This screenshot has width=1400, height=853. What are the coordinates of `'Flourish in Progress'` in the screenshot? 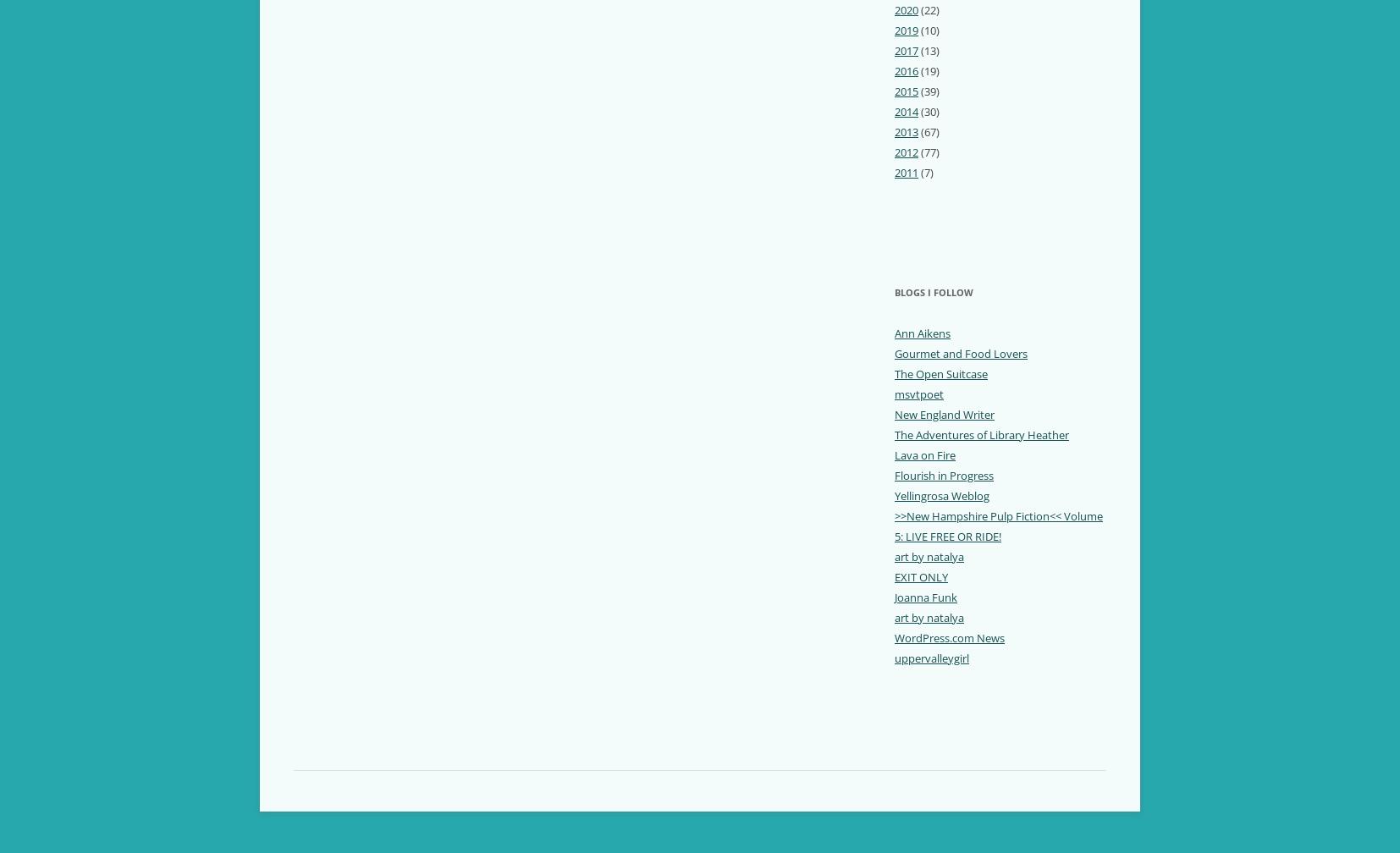 It's located at (943, 474).